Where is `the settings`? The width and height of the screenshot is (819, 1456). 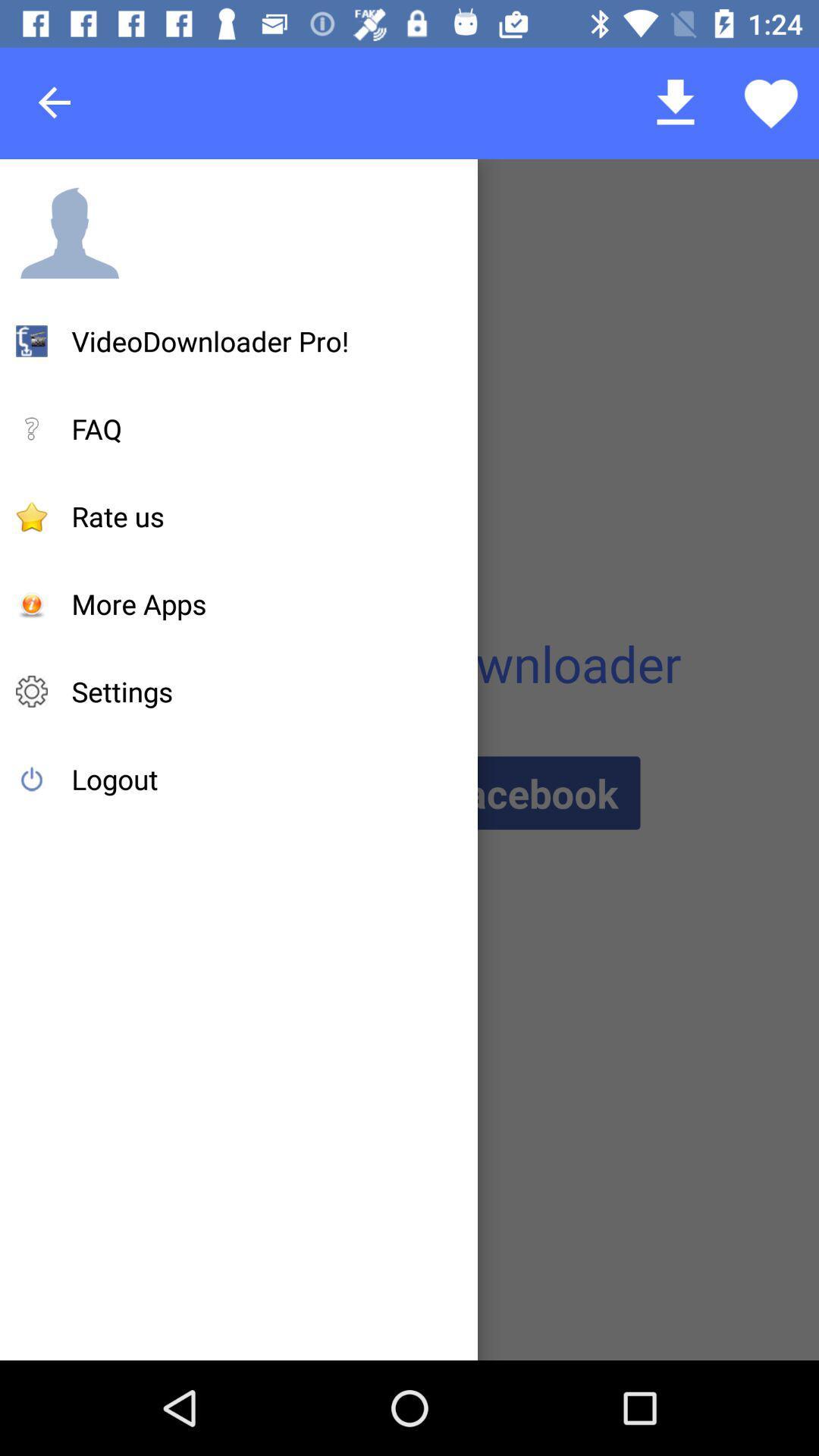 the settings is located at coordinates (121, 691).